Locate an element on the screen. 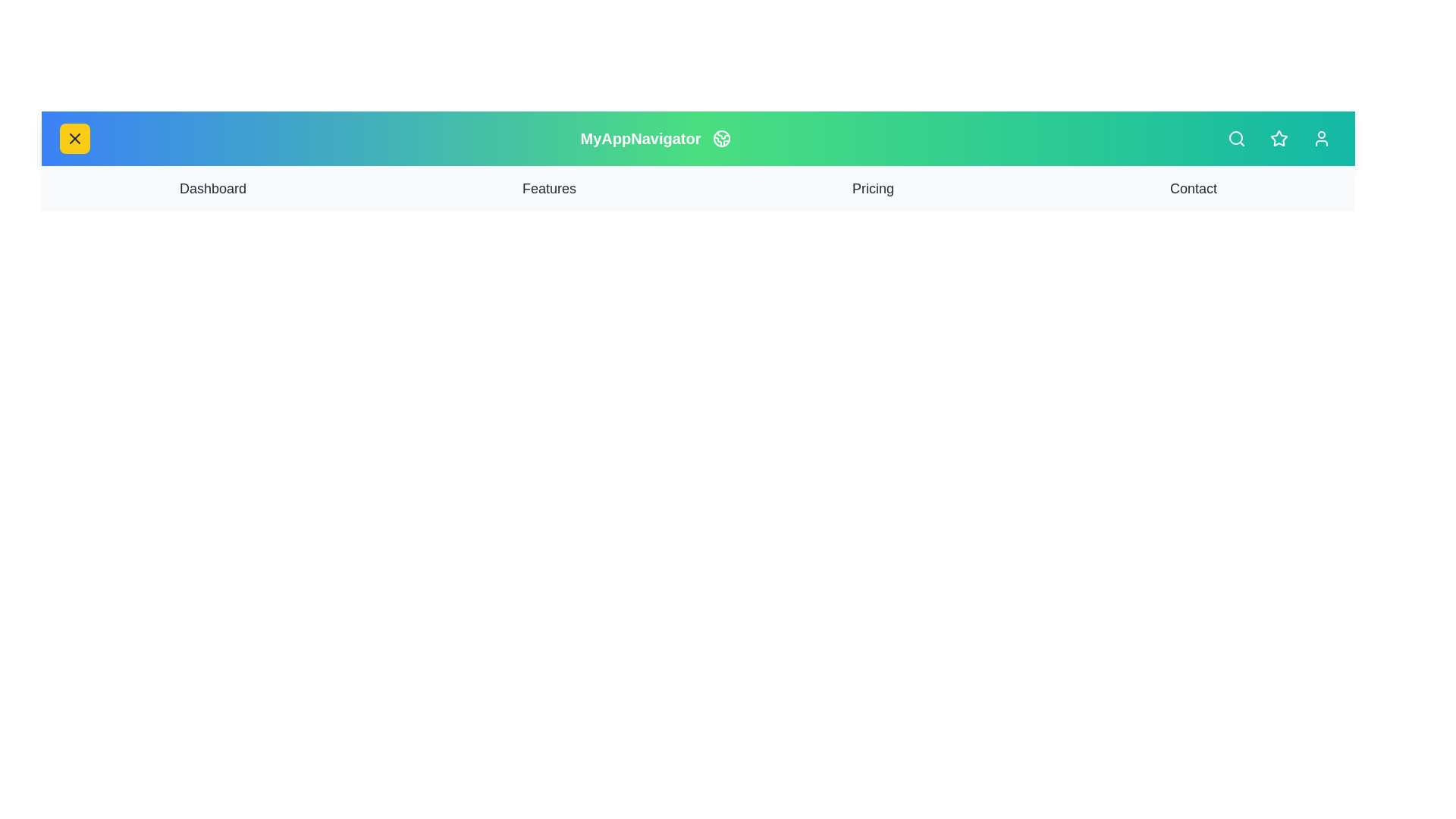 The width and height of the screenshot is (1456, 819). the navigation link labeled Contact is located at coordinates (1193, 188).